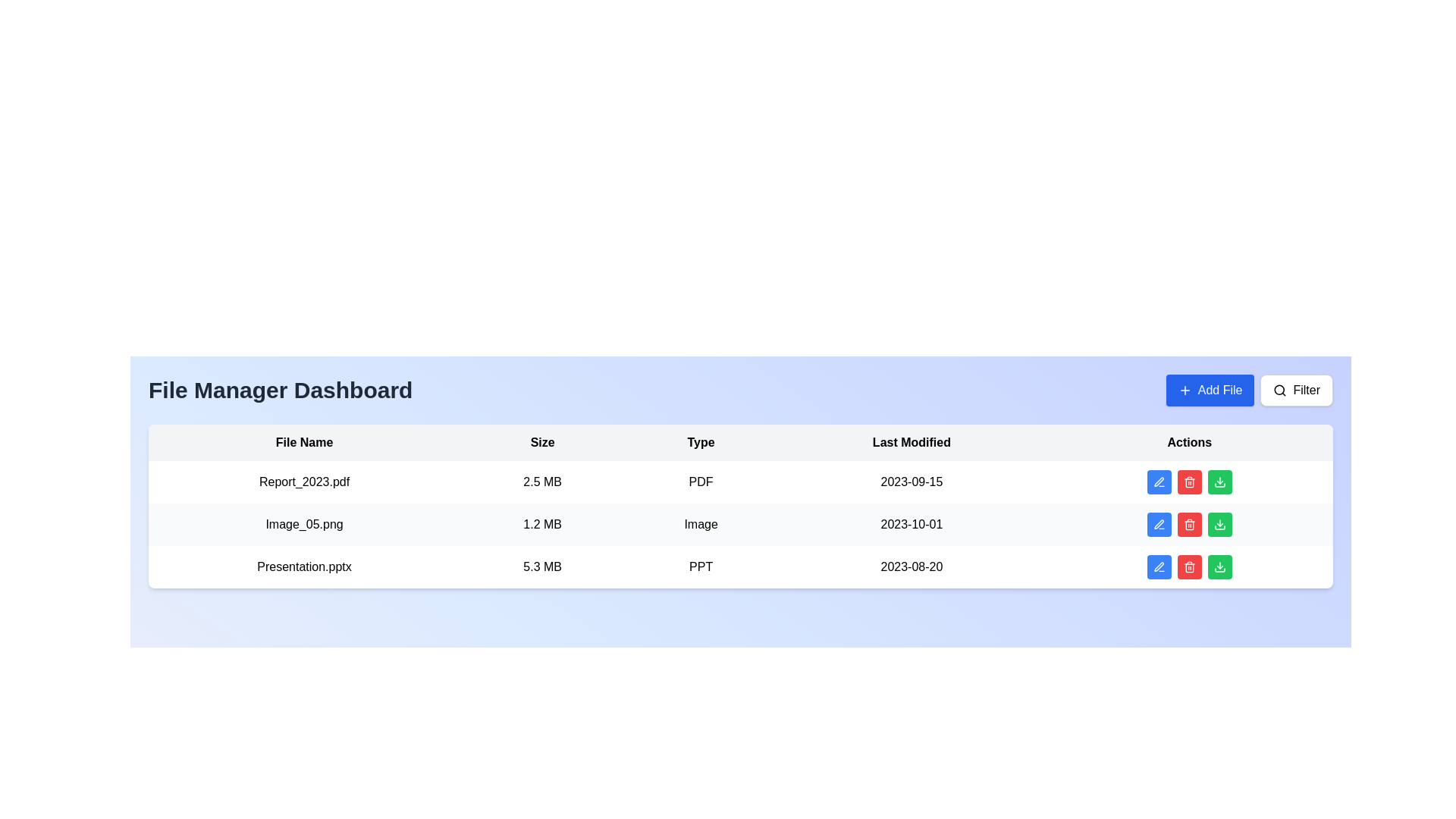  Describe the element at coordinates (1158, 482) in the screenshot. I see `the blue button with a pen or edit icon in the actions section of the file management dashboard to initiate edit mode for the second file entry ('Image_05.png')` at that location.